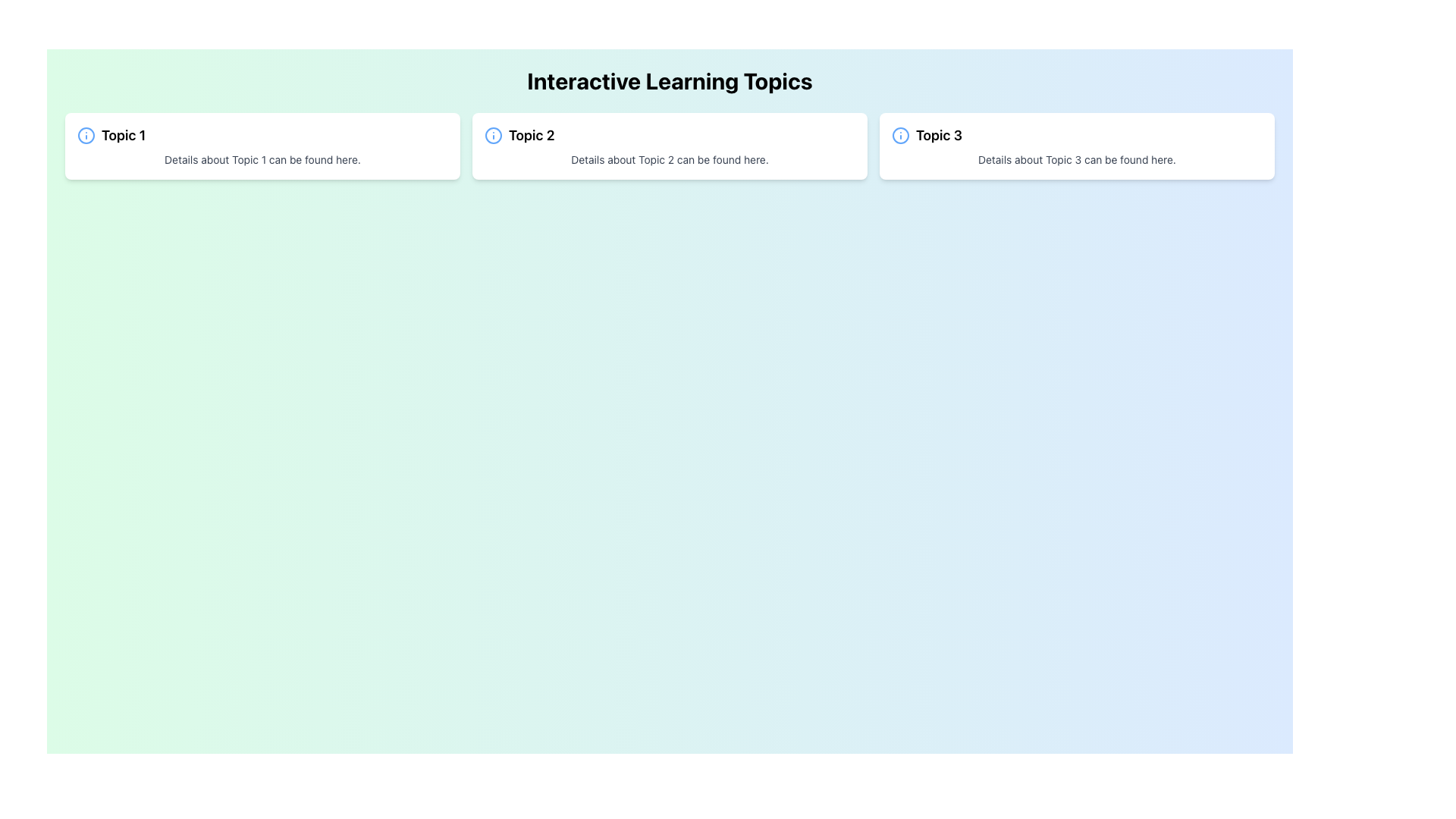 The width and height of the screenshot is (1456, 819). I want to click on the SVG circle component located on the left side of the card labeled 'Topic 1' in the top-left part of the interface, so click(86, 134).